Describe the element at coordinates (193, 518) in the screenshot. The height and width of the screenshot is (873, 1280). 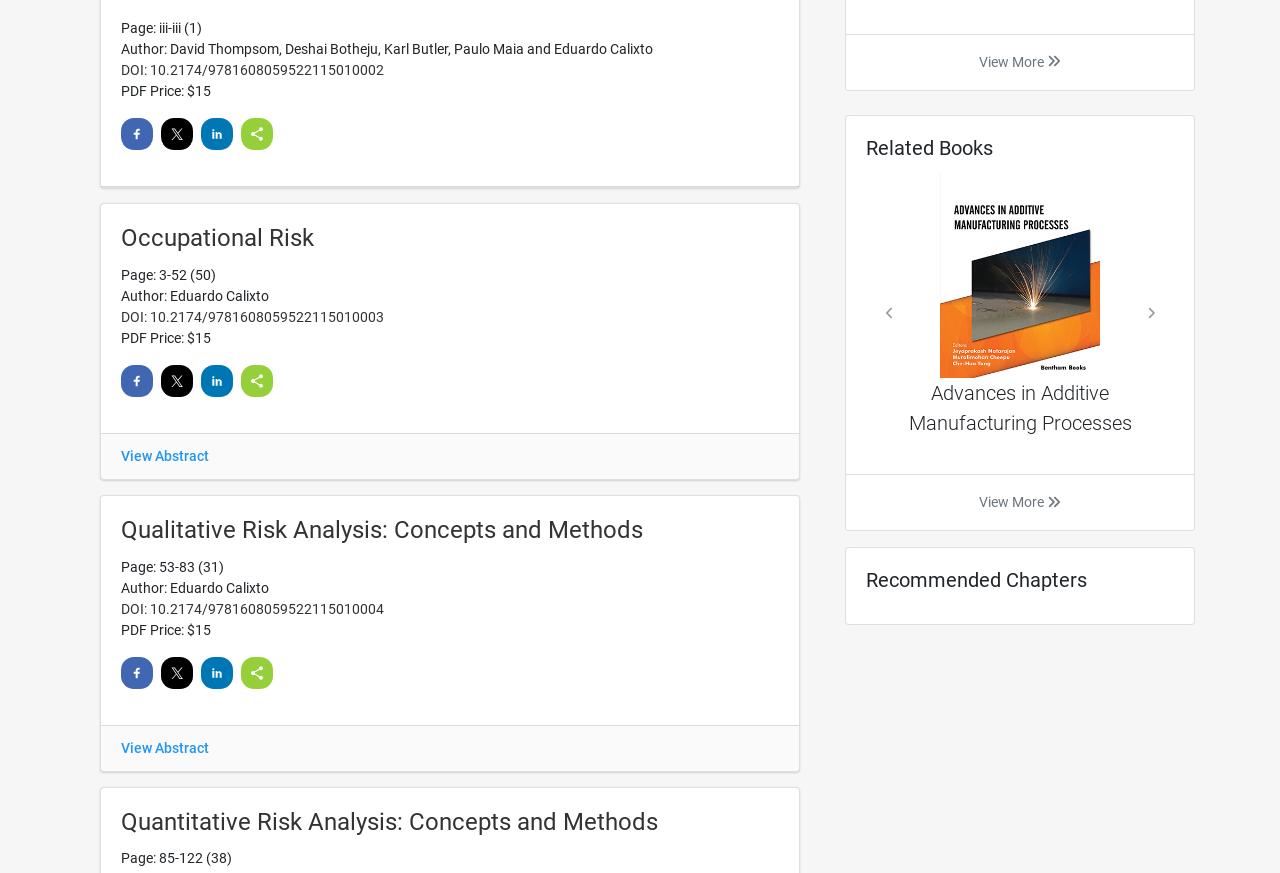
I see `'Subject Index'` at that location.